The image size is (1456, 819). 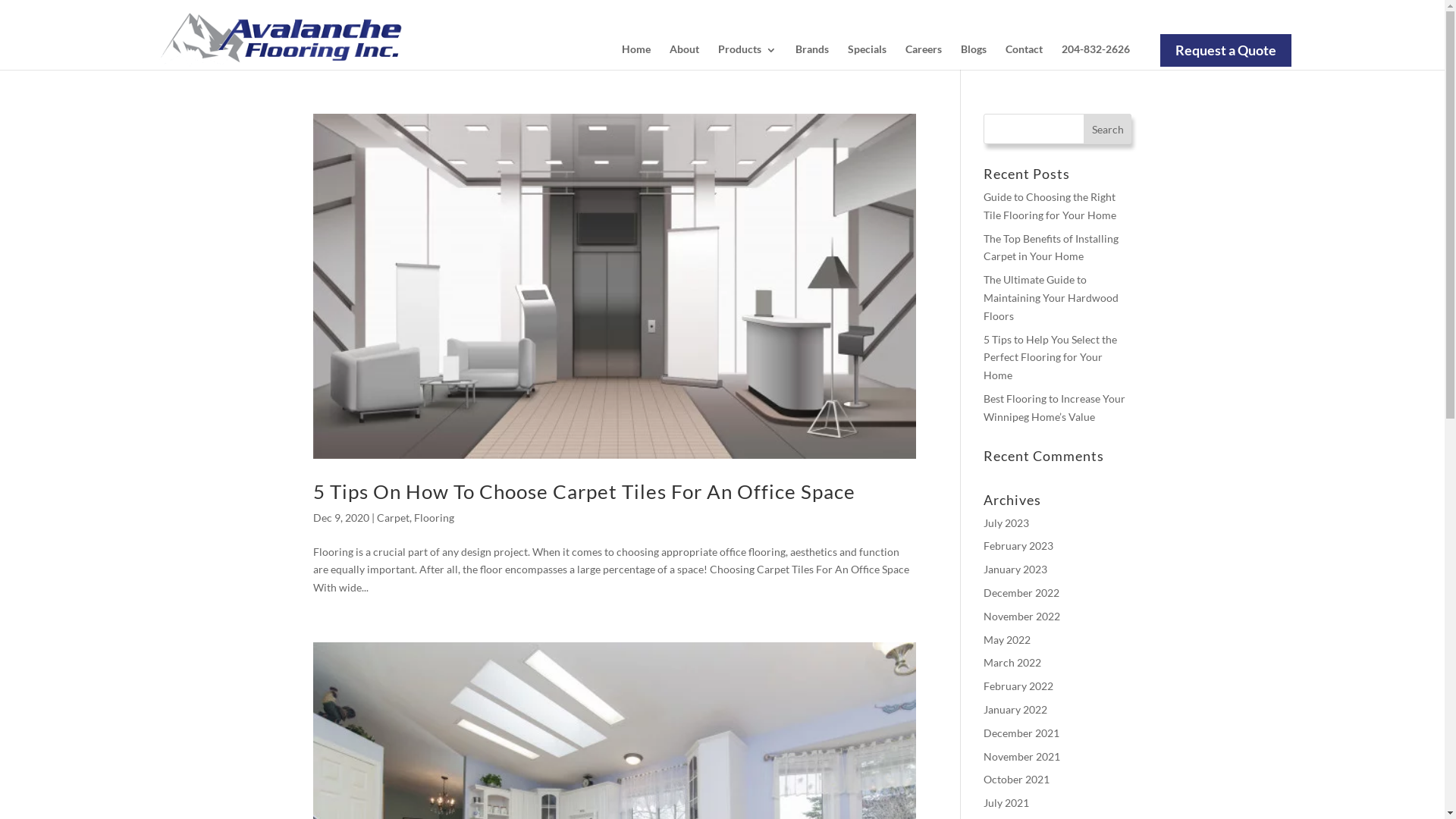 I want to click on 'July 2023', so click(x=1006, y=522).